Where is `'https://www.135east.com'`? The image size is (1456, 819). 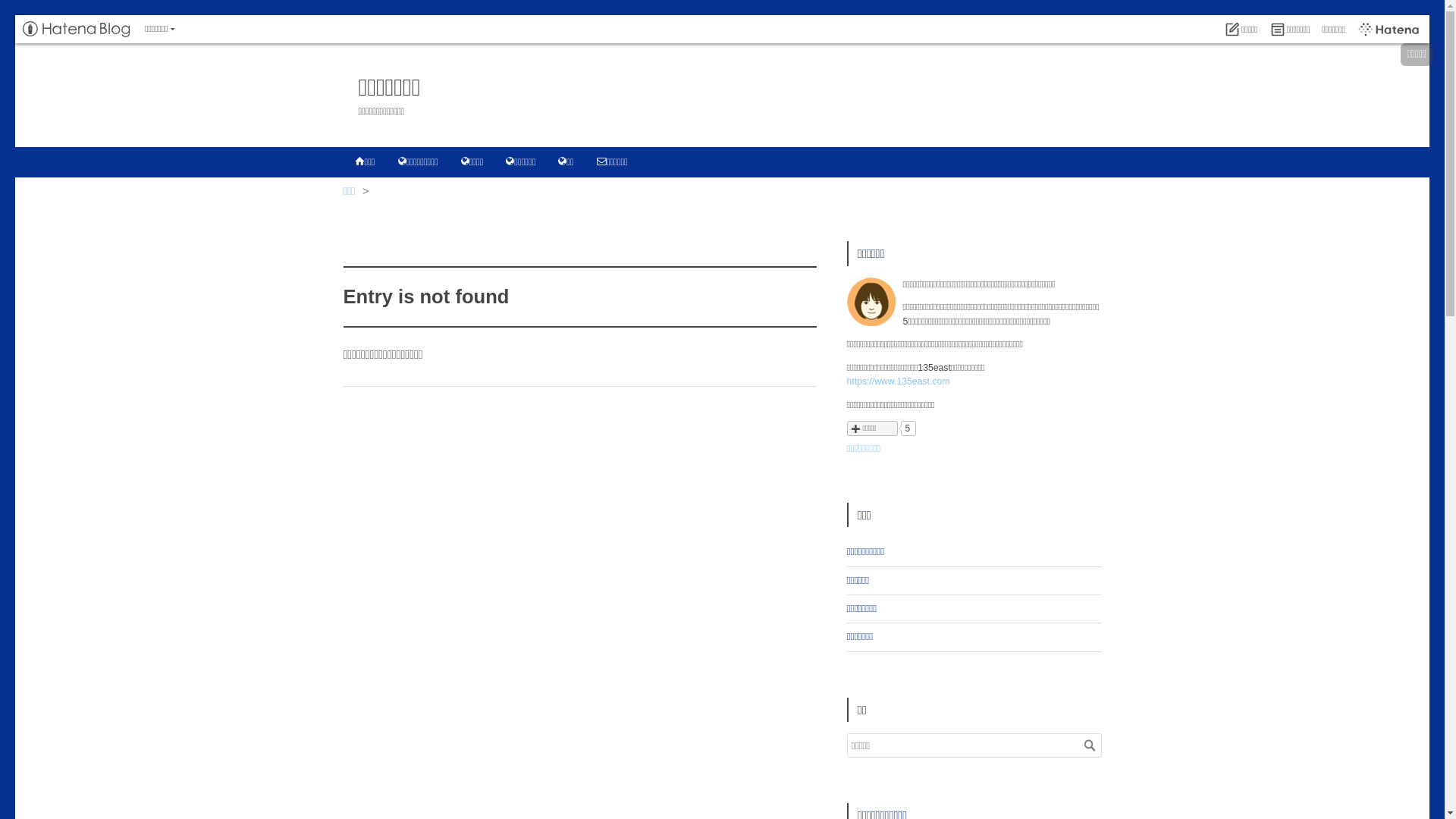 'https://www.135east.com' is located at coordinates (898, 380).